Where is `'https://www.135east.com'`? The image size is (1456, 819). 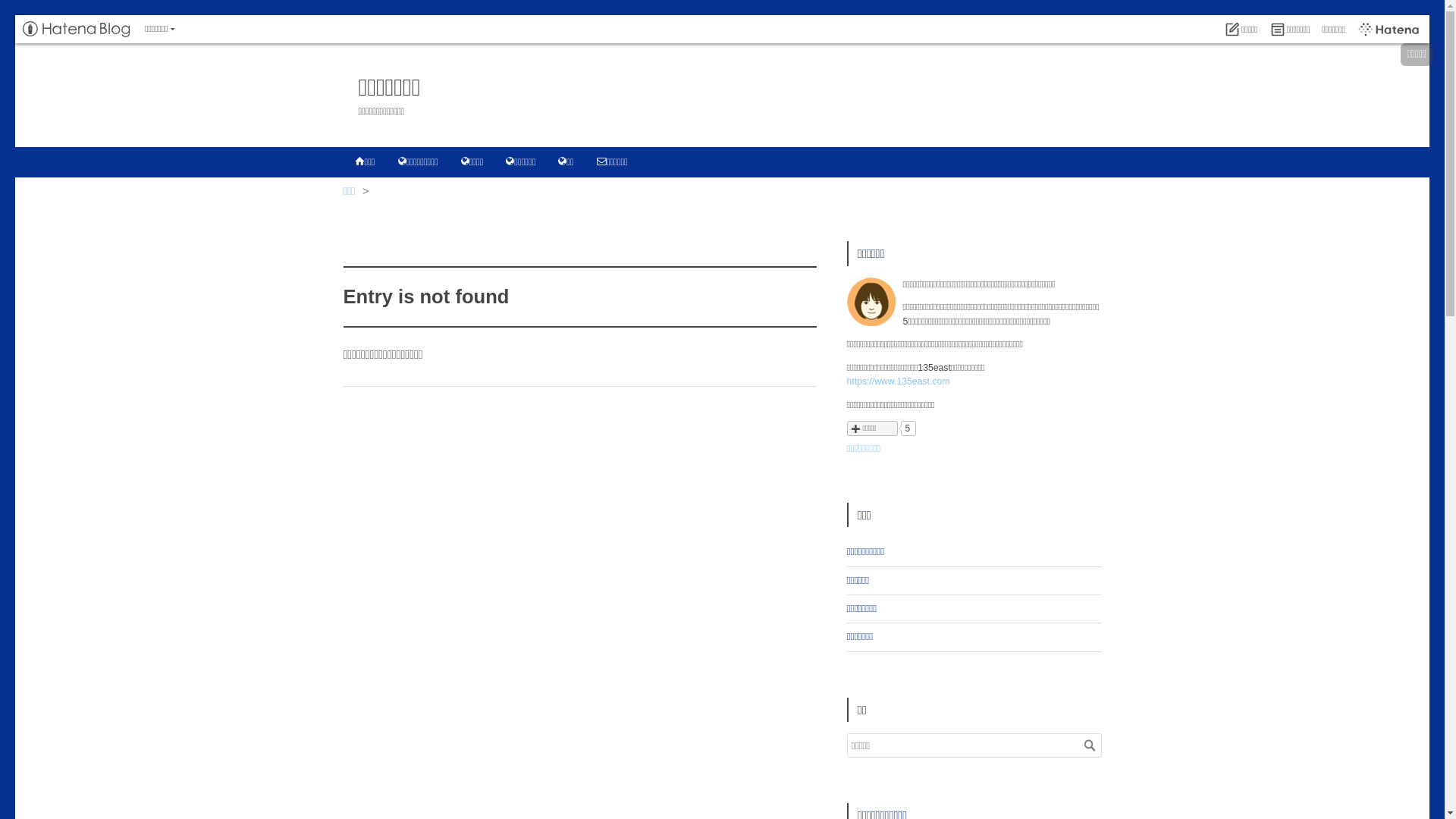 'https://www.135east.com' is located at coordinates (898, 380).